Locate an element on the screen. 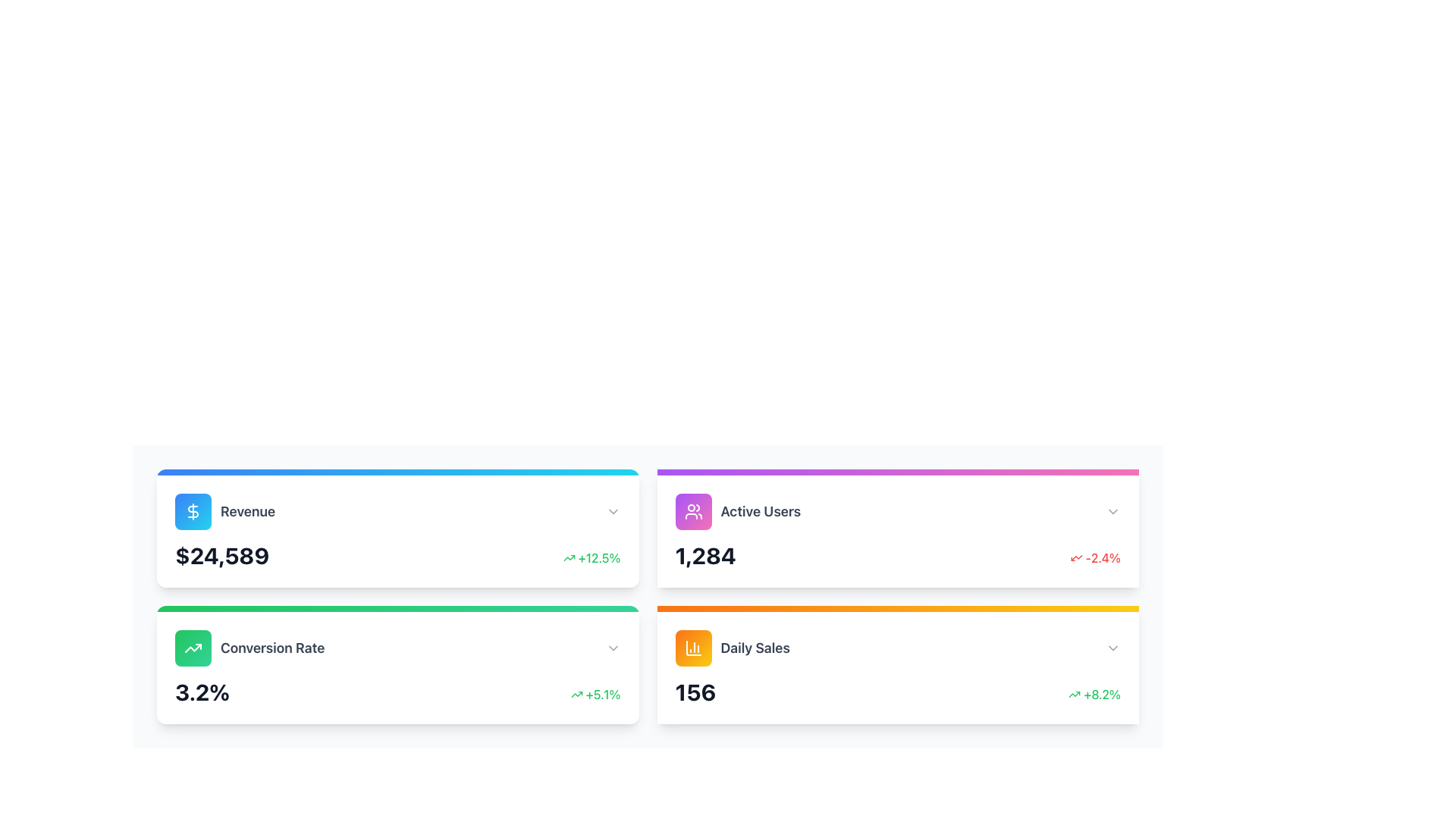 Image resolution: width=1456 pixels, height=819 pixels. the icon located at the top-left corner of the 'Revenue' card, which visually represents monetary information is located at coordinates (192, 512).